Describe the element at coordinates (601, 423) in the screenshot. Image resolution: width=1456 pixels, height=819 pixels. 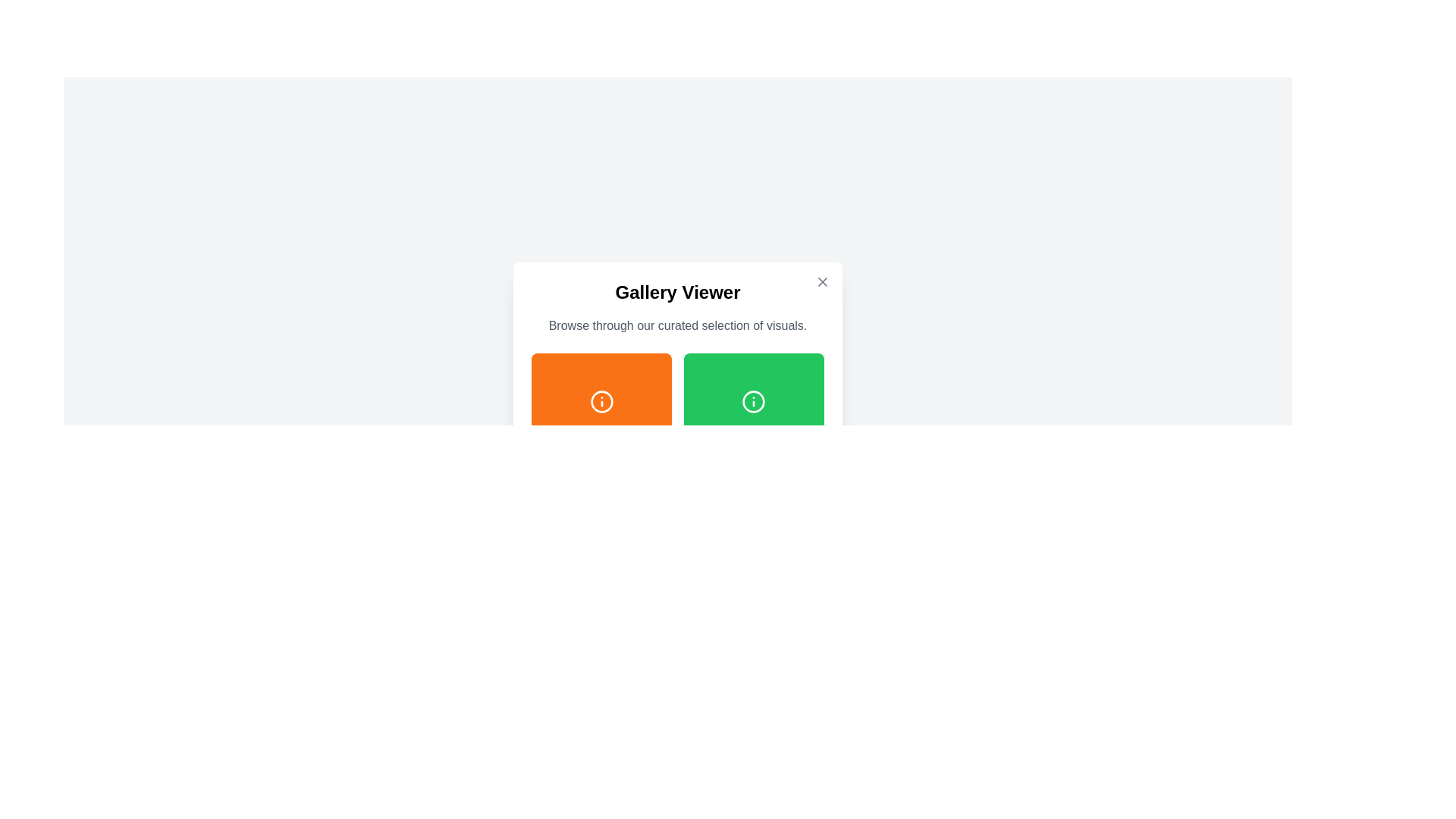
I see `contents of the informational display box with a bright orange background and title 'Sunset' located in the lower half of the 'Gallery Viewer' modal dialog` at that location.